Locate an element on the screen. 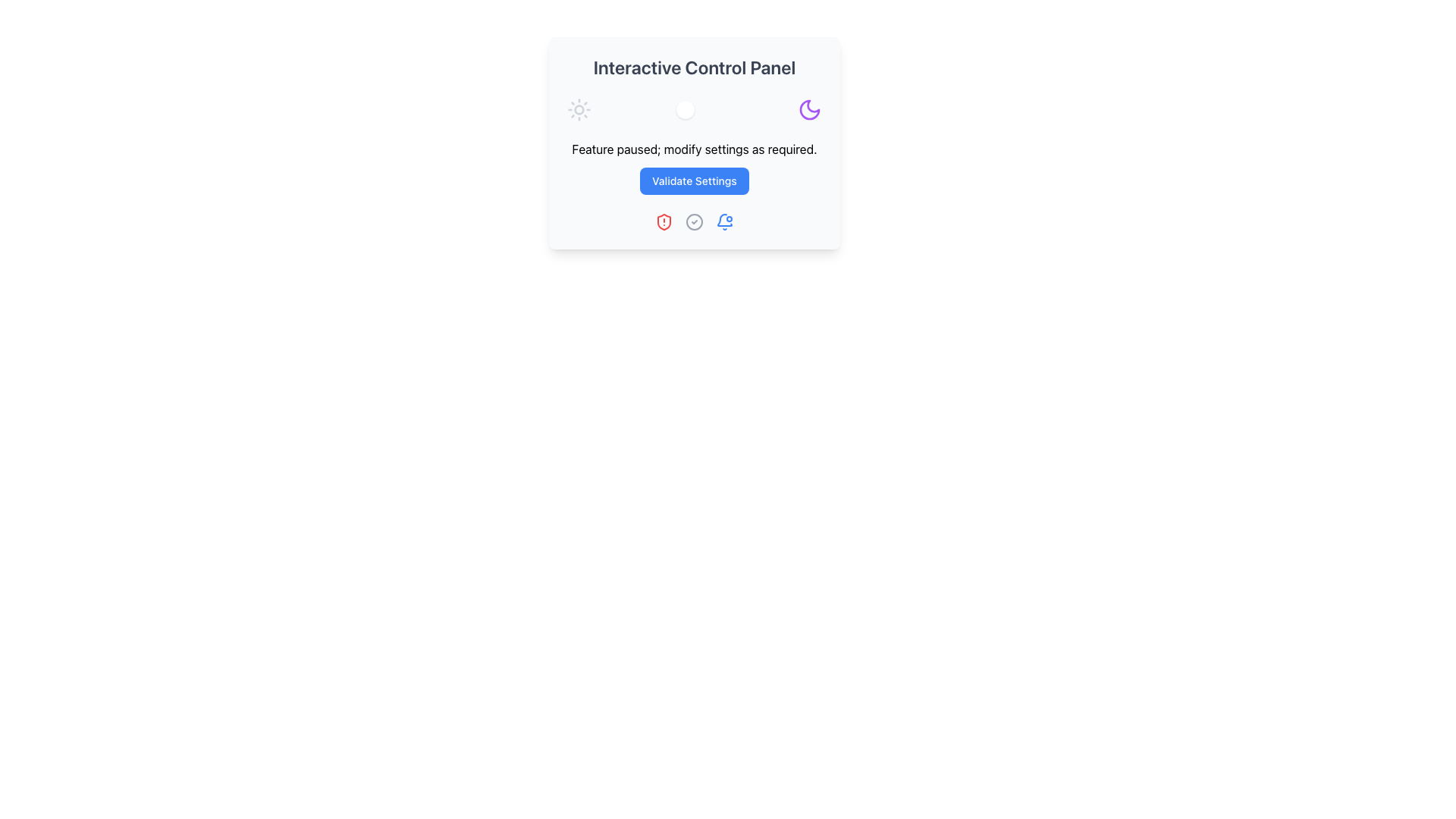  the night mode indicator icon located at the top-right corner of the 'Interactive Control Panel' card is located at coordinates (809, 109).